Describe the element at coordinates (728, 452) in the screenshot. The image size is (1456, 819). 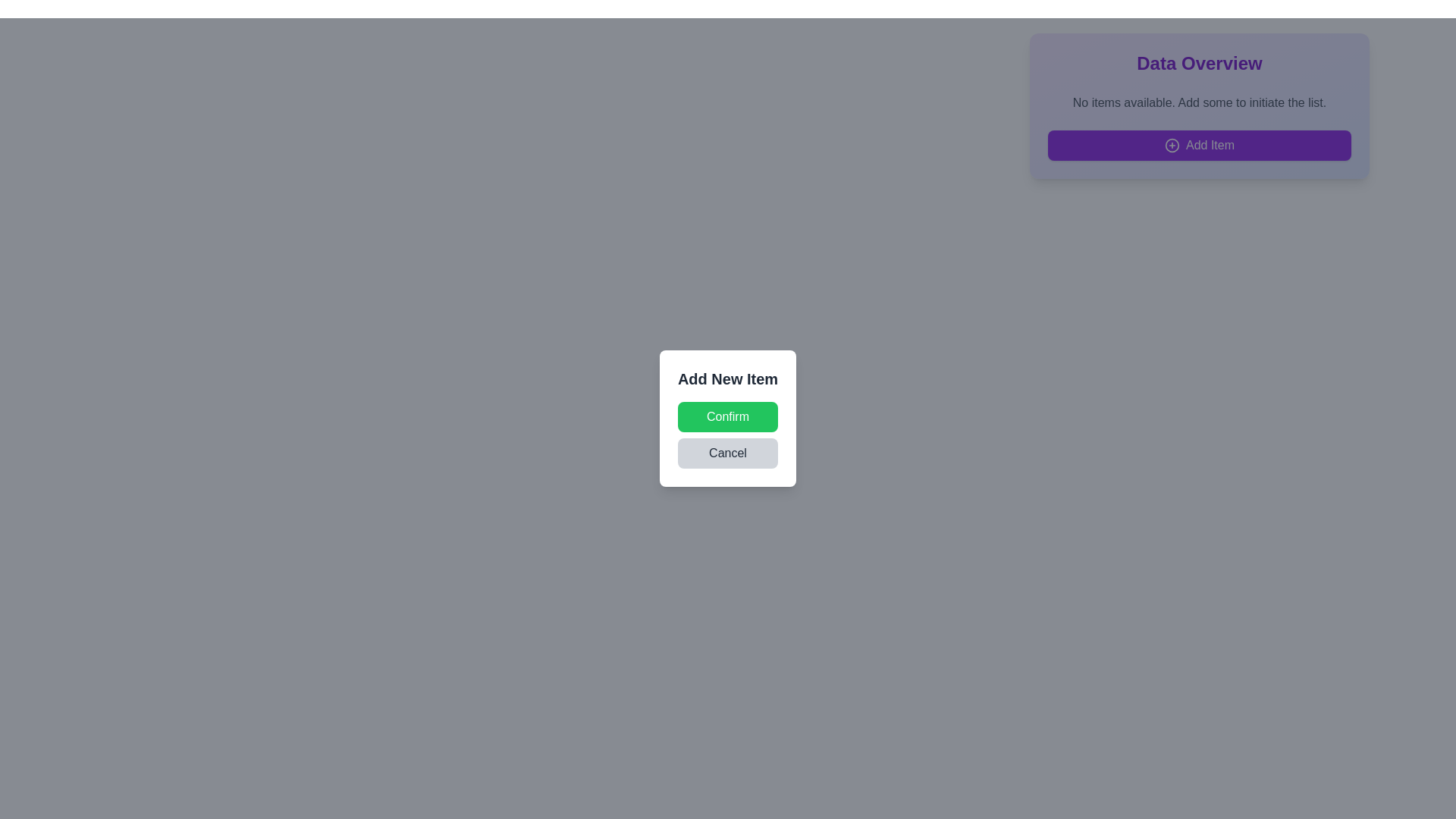
I see `the 'Cancel' button, which is a rectangular button with rounded corners and a gray background, located directly beneath the green 'Confirm' button in the modal dialog box` at that location.